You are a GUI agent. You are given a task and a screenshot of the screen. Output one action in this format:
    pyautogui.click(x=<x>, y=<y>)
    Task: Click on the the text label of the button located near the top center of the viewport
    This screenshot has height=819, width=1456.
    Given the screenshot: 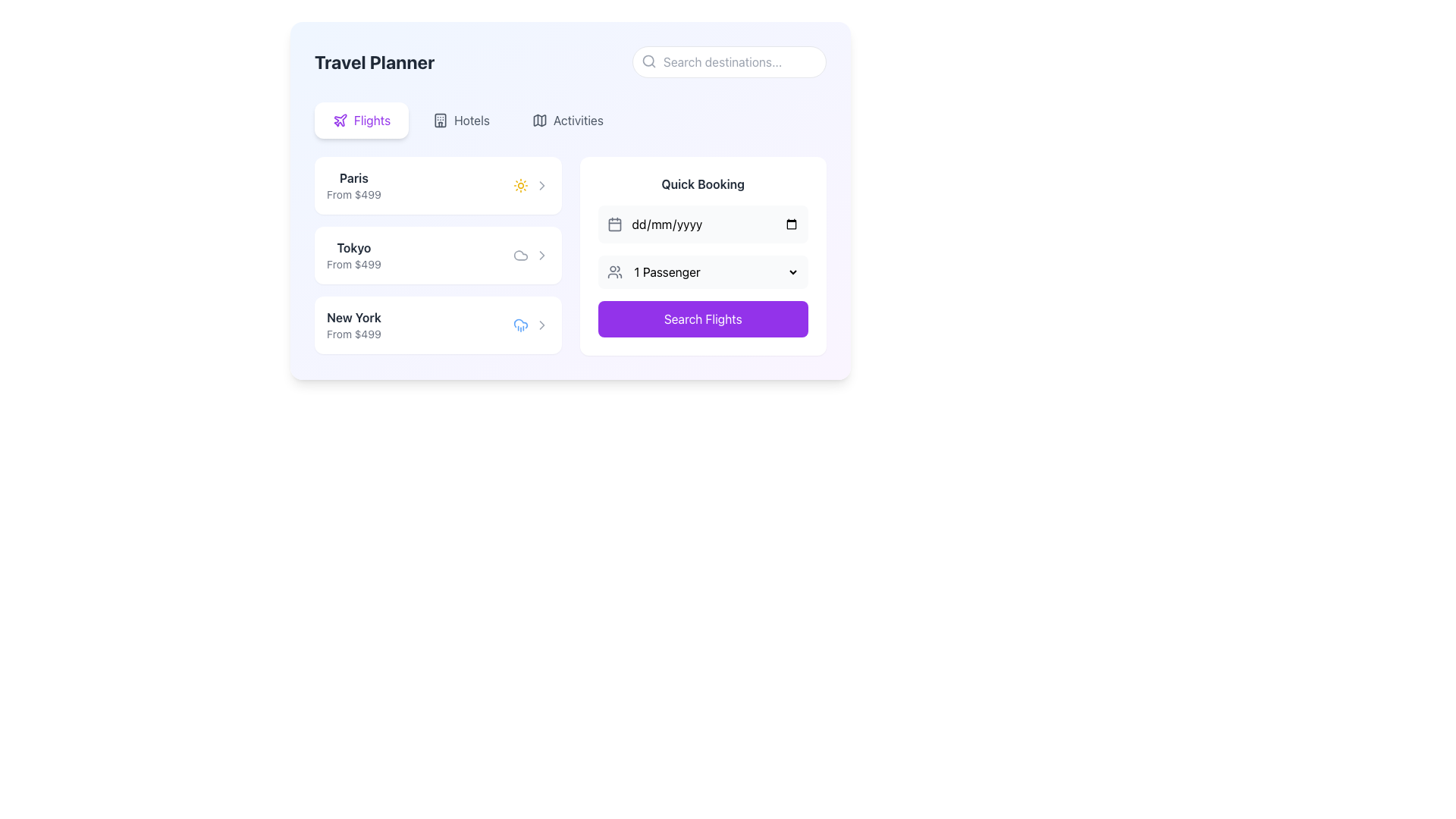 What is the action you would take?
    pyautogui.click(x=471, y=119)
    